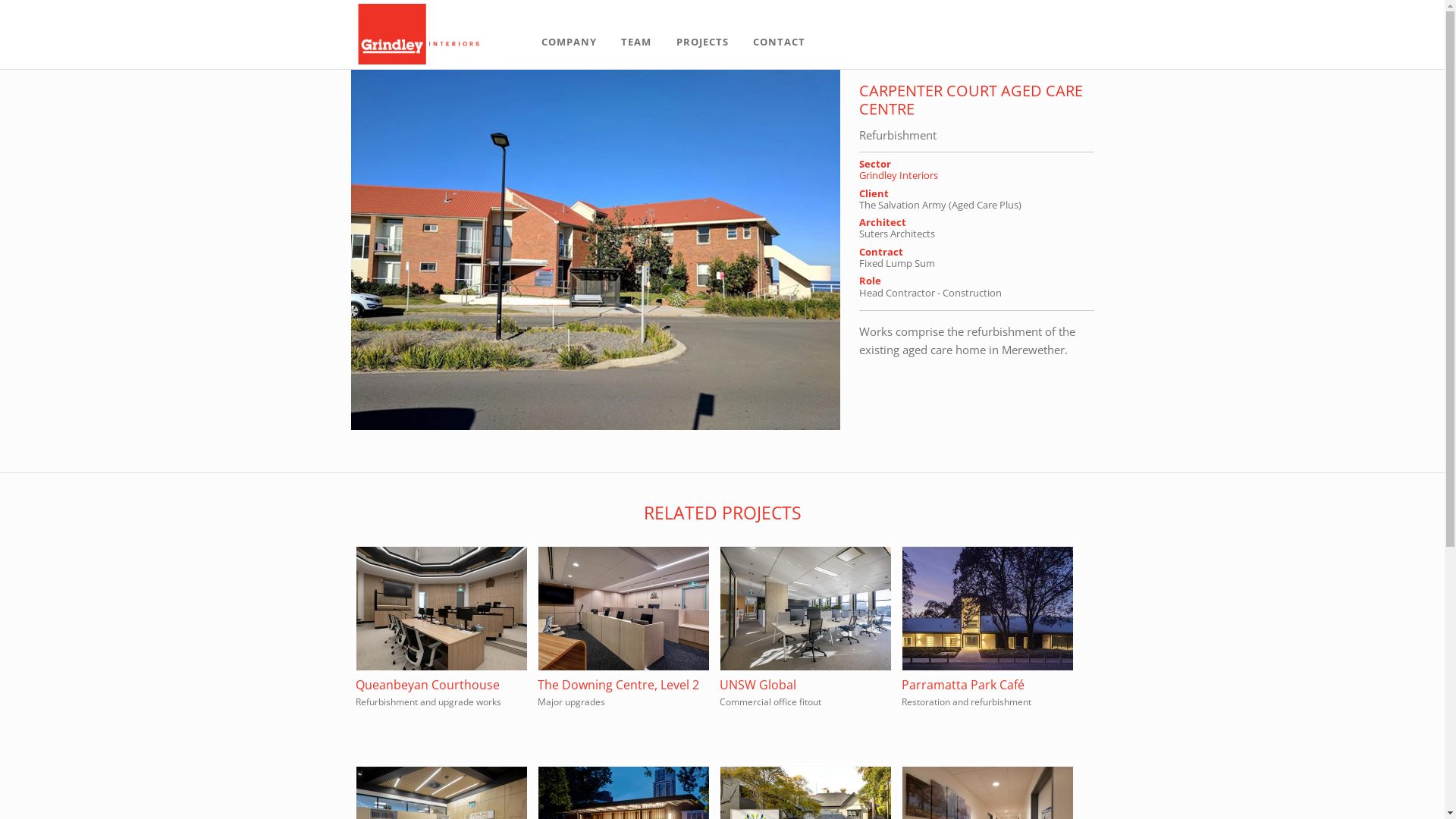 The height and width of the screenshot is (819, 1456). I want to click on 'TEAM', so click(621, 40).